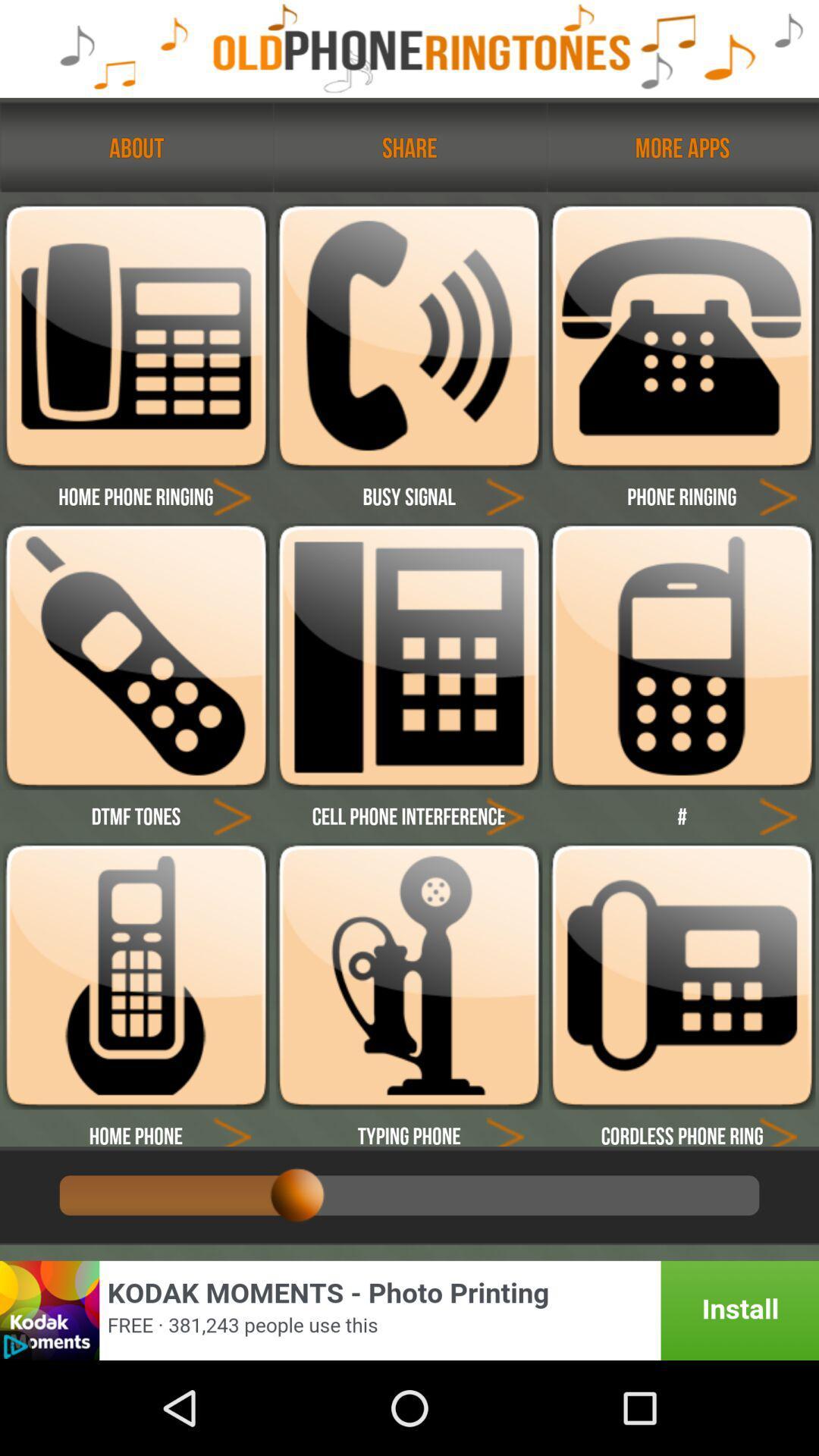 The height and width of the screenshot is (1456, 819). I want to click on continue home ringing tone, so click(232, 496).